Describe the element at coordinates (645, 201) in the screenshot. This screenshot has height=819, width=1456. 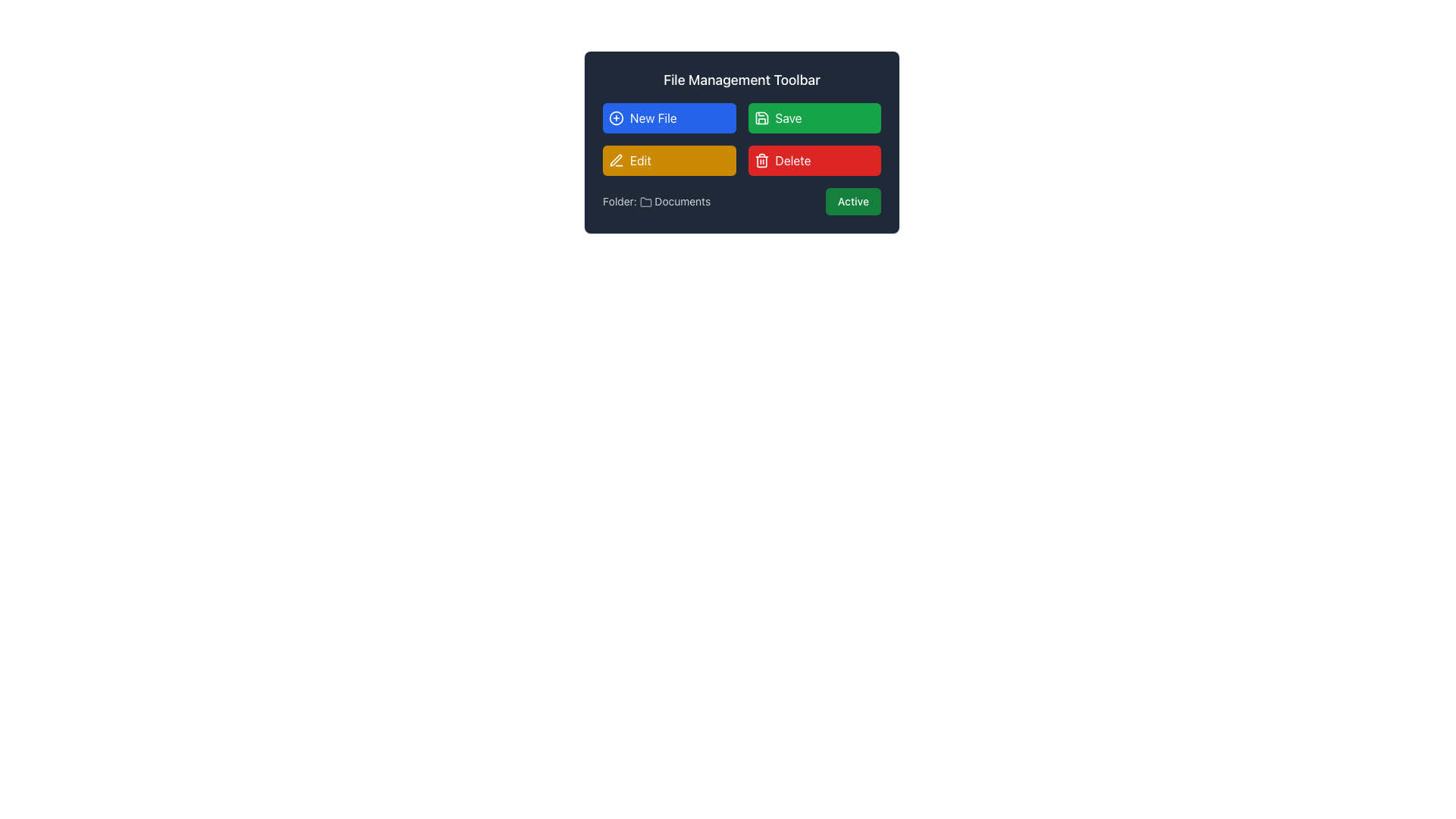
I see `the folder icon located in the 'File Management Toolbar' just before the text 'Documents' in the section labeled 'Folder: '` at that location.